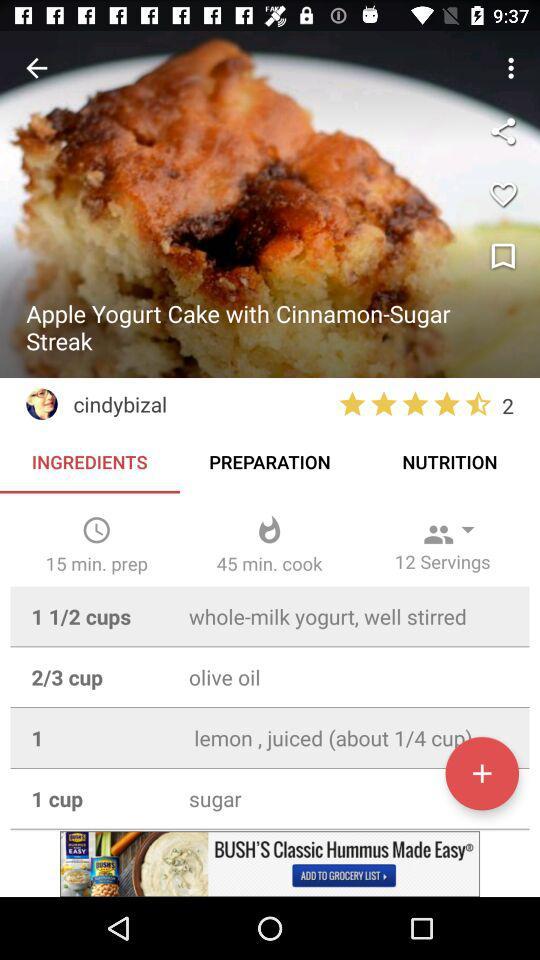 The height and width of the screenshot is (960, 540). Describe the element at coordinates (502, 130) in the screenshot. I see `the share icon` at that location.